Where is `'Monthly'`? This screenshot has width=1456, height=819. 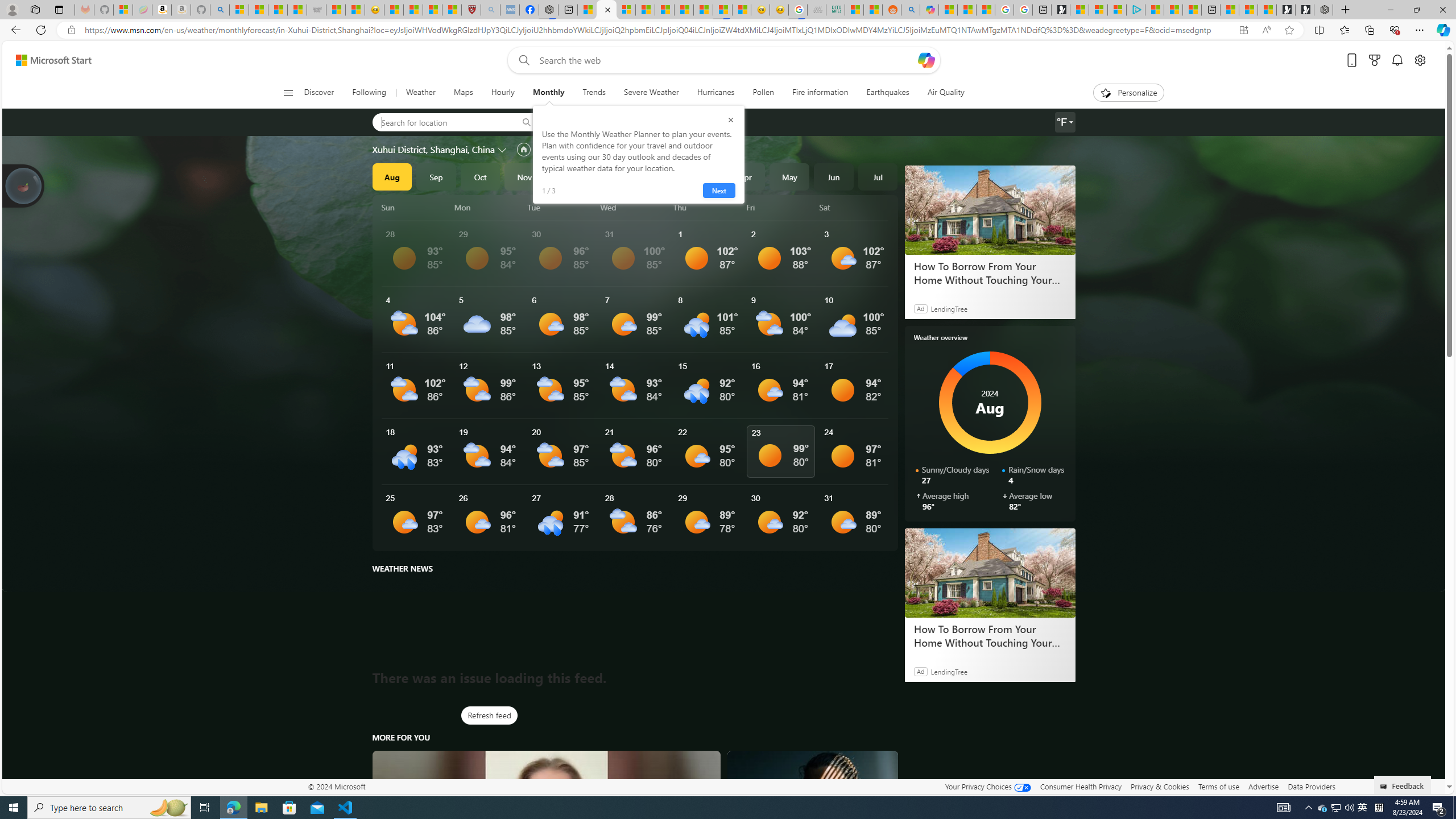
'Monthly' is located at coordinates (547, 92).